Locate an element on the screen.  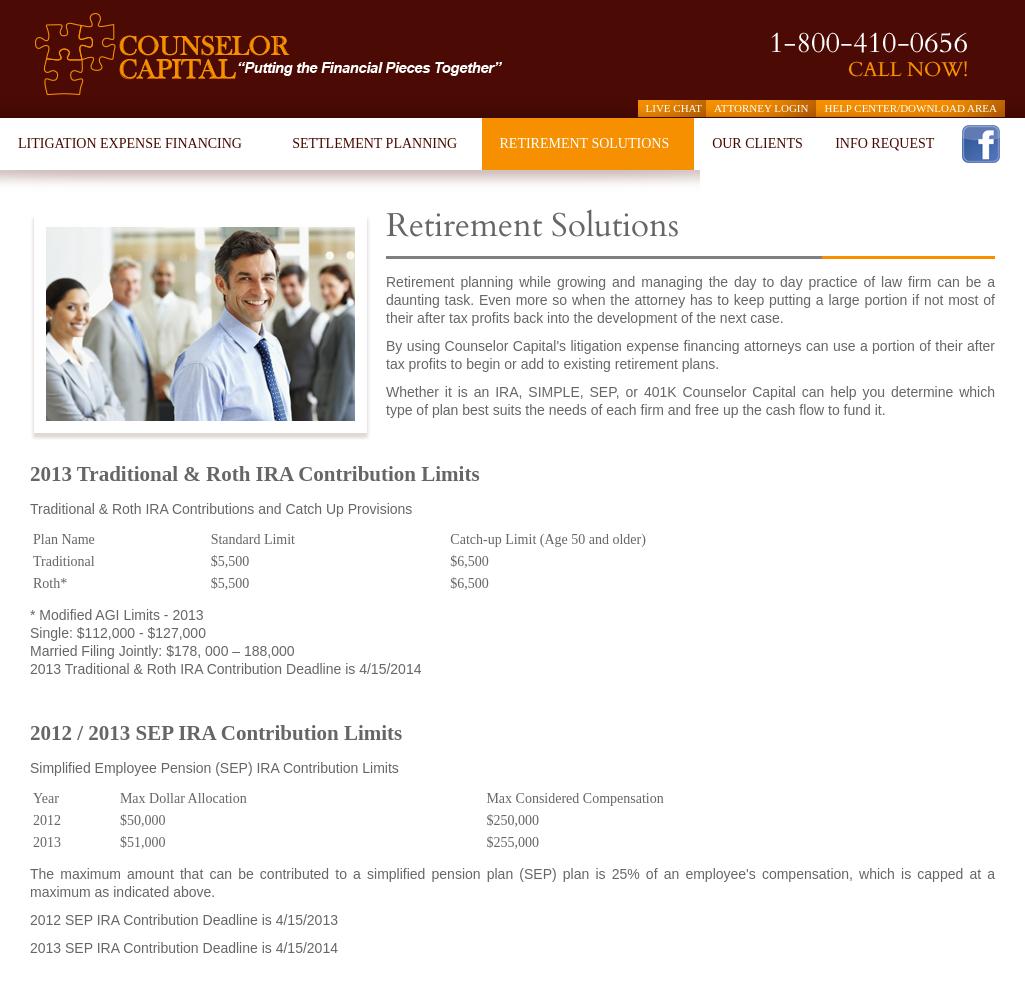
'Plan Name' is located at coordinates (33, 539).